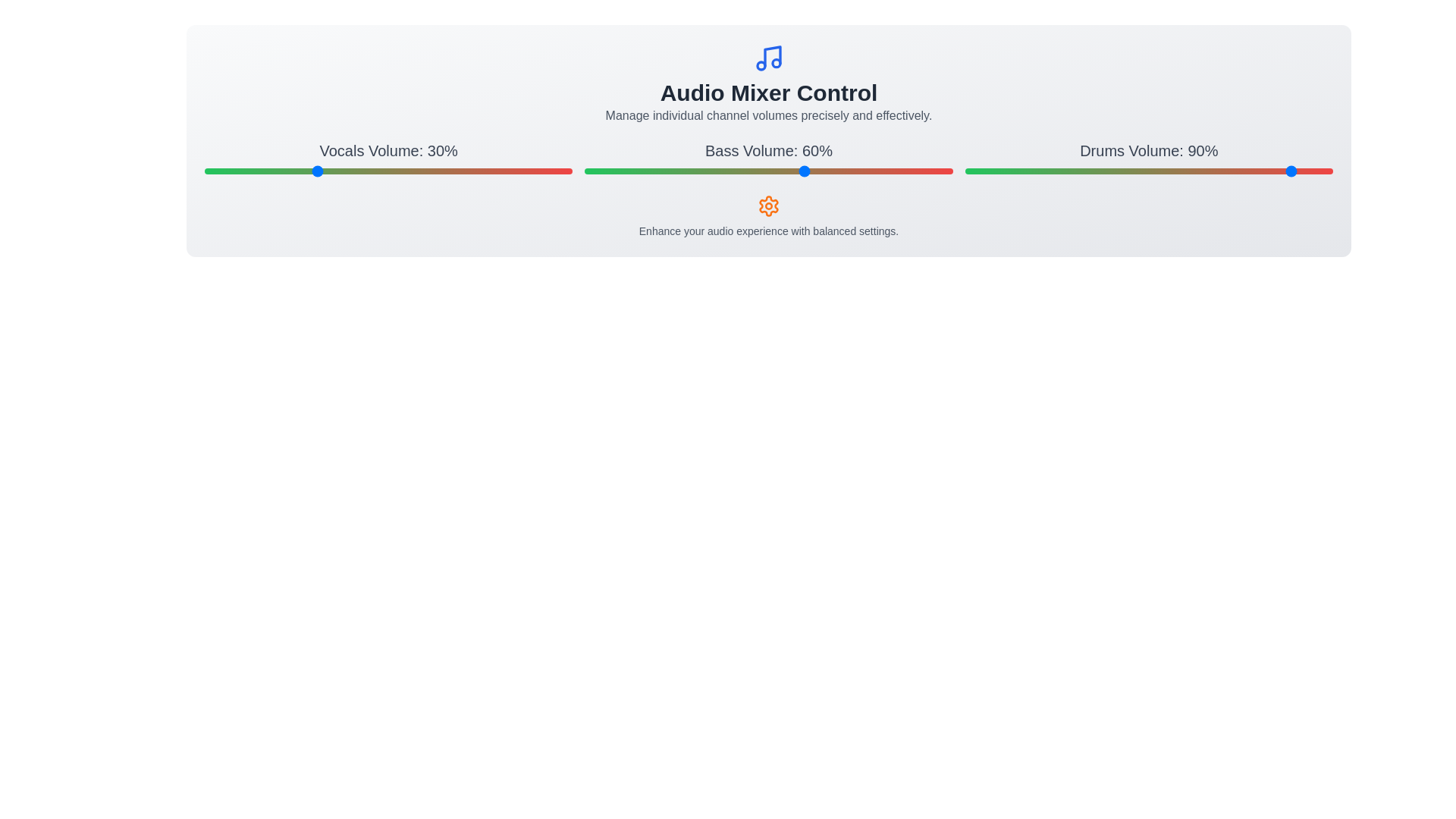 Image resolution: width=1456 pixels, height=819 pixels. I want to click on the 'Vocals' volume slider to 99%, so click(568, 171).